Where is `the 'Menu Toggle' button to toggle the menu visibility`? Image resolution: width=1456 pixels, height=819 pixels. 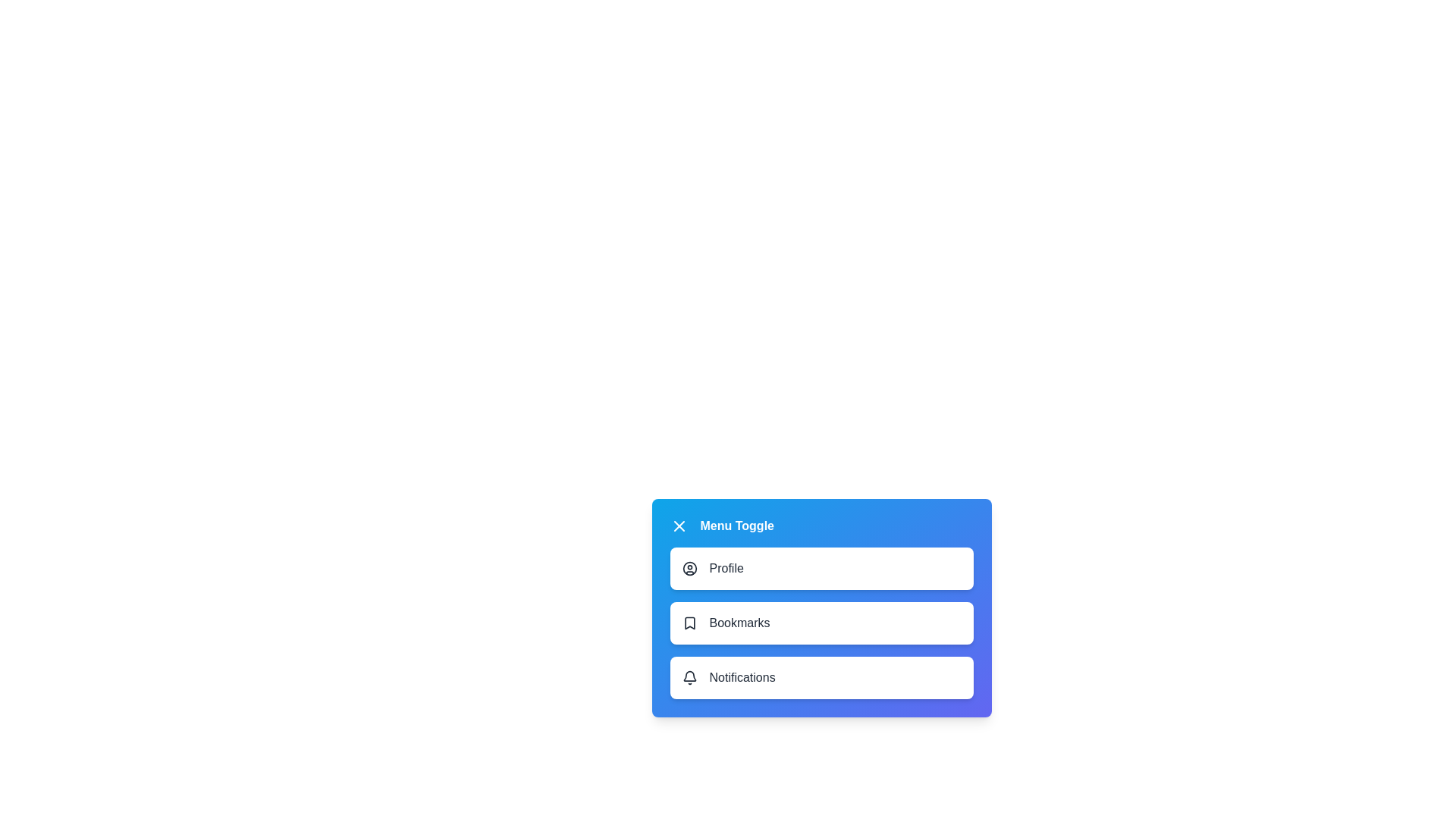 the 'Menu Toggle' button to toggle the menu visibility is located at coordinates (720, 526).